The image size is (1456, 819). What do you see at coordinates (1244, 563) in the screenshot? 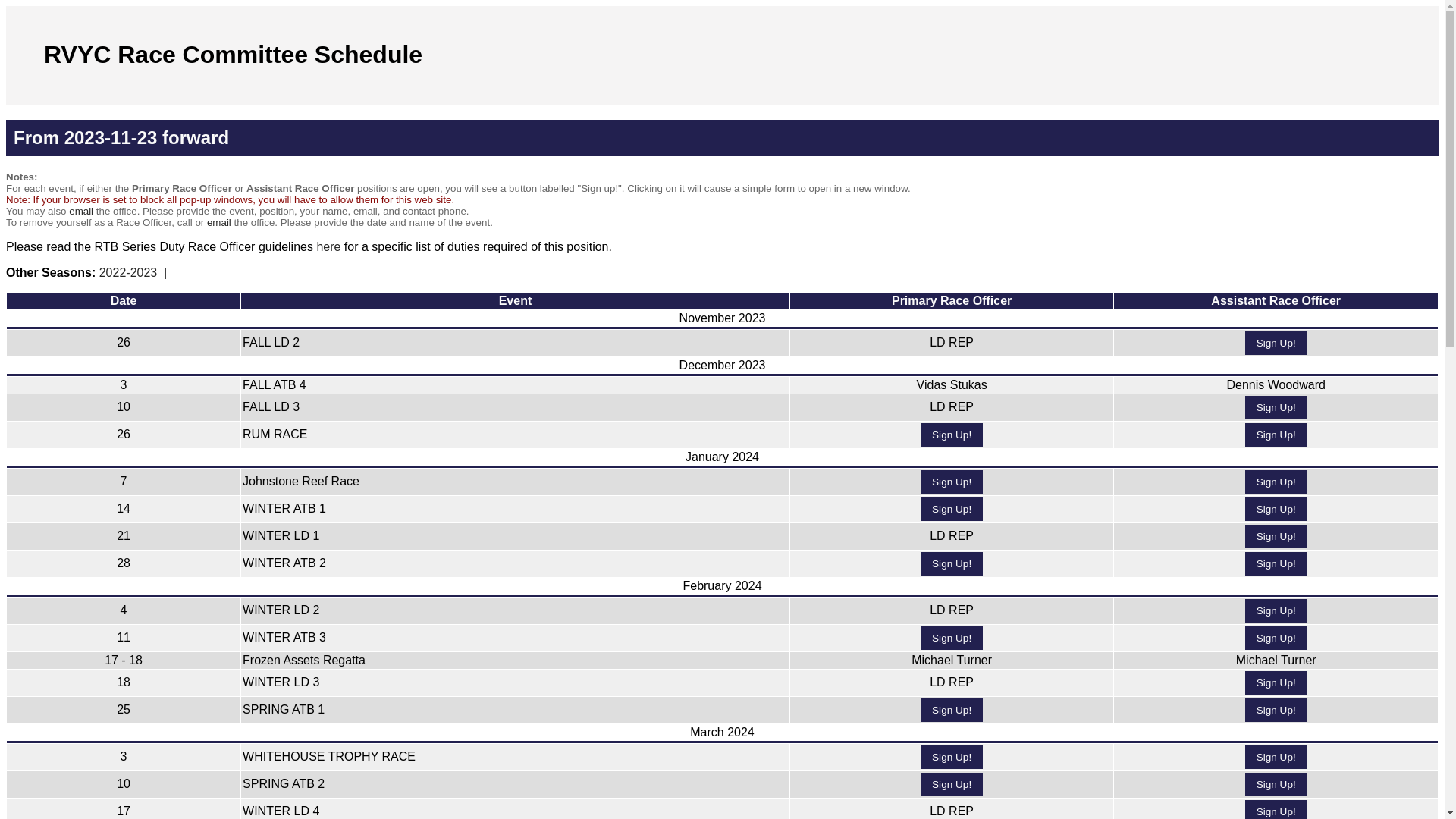
I see `'Sign Up!'` at bounding box center [1244, 563].